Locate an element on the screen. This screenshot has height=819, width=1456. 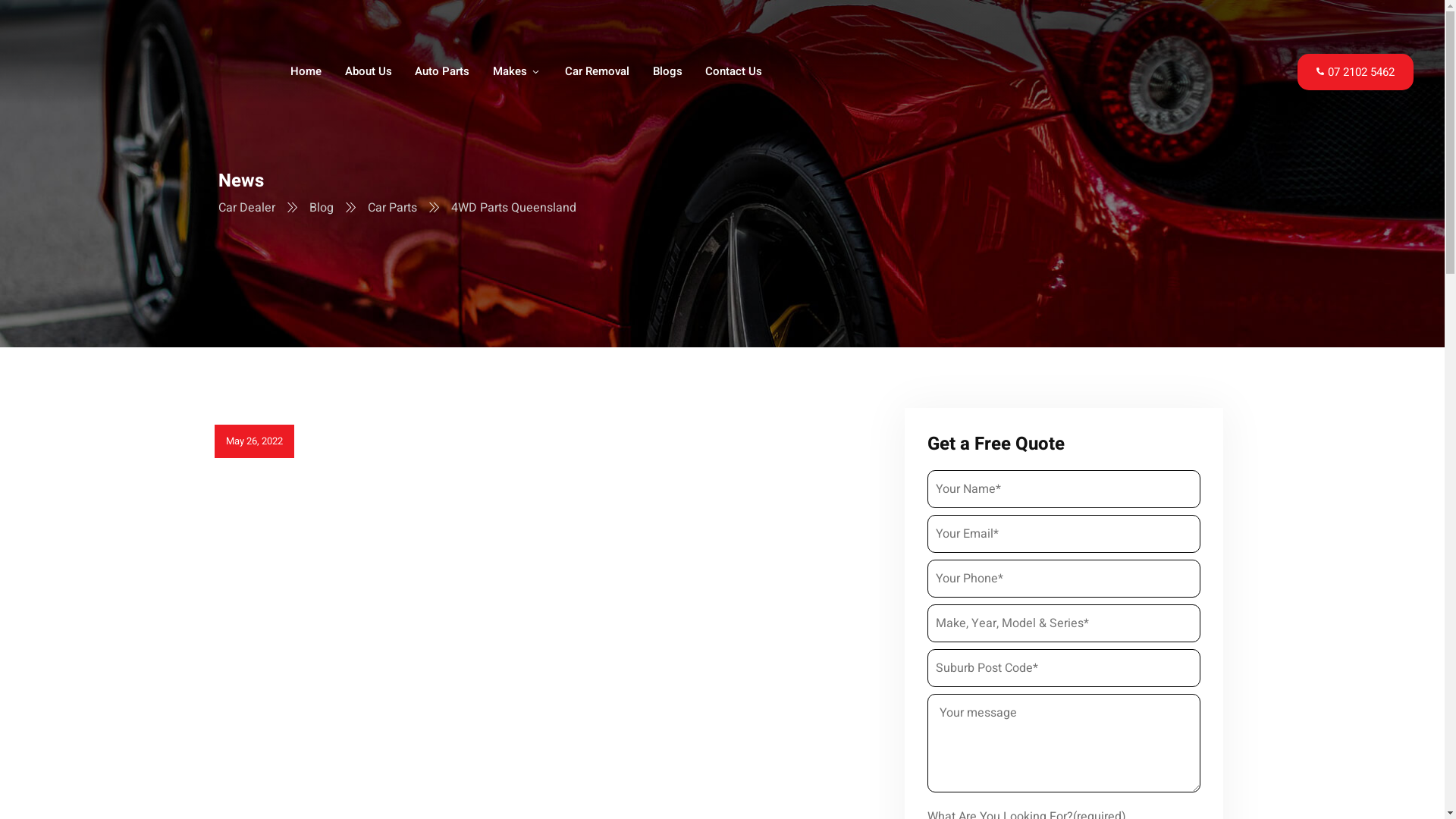
'Auto Parts' is located at coordinates (442, 72).